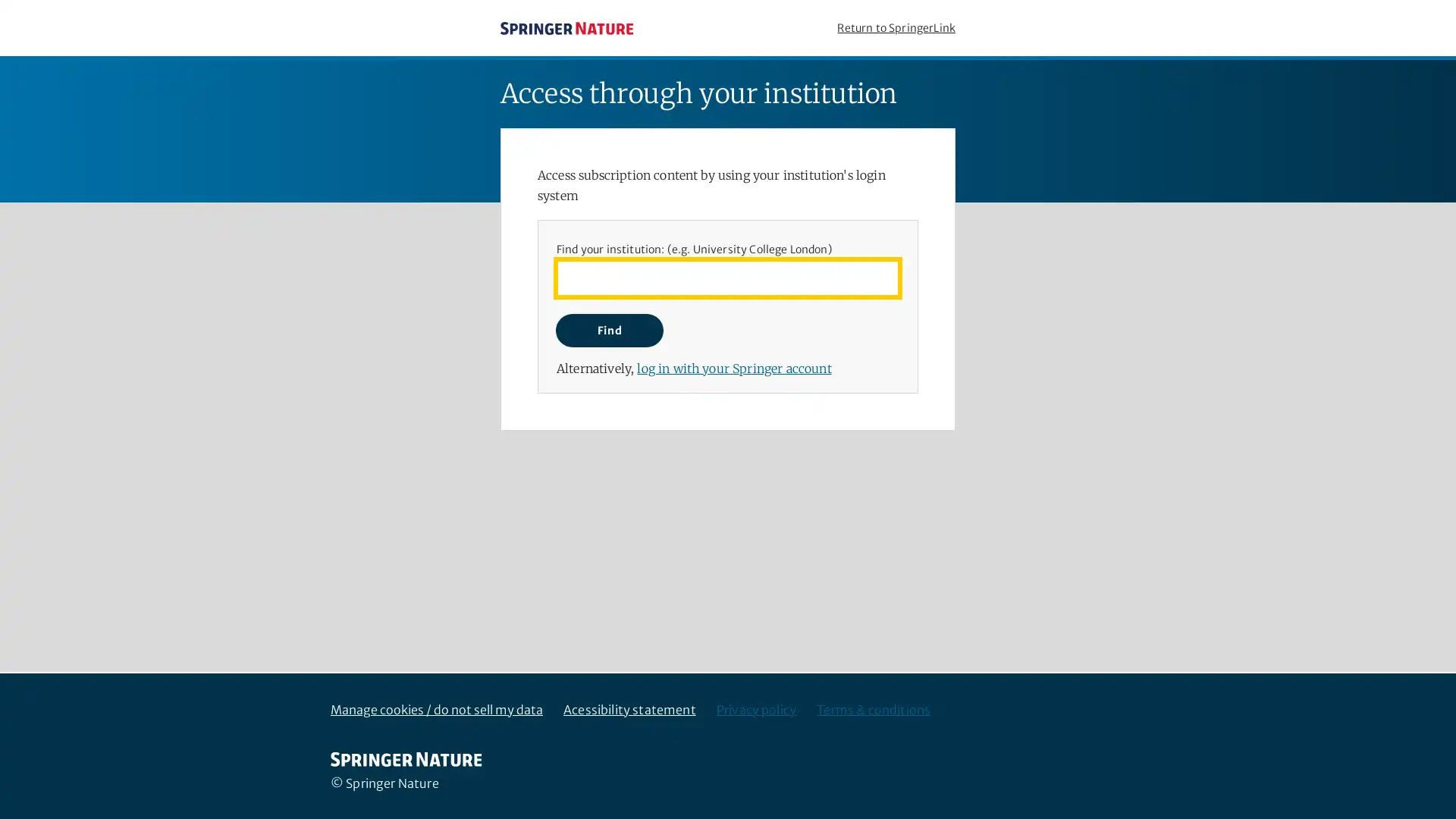 The width and height of the screenshot is (1456, 819). What do you see at coordinates (609, 329) in the screenshot?
I see `Find` at bounding box center [609, 329].